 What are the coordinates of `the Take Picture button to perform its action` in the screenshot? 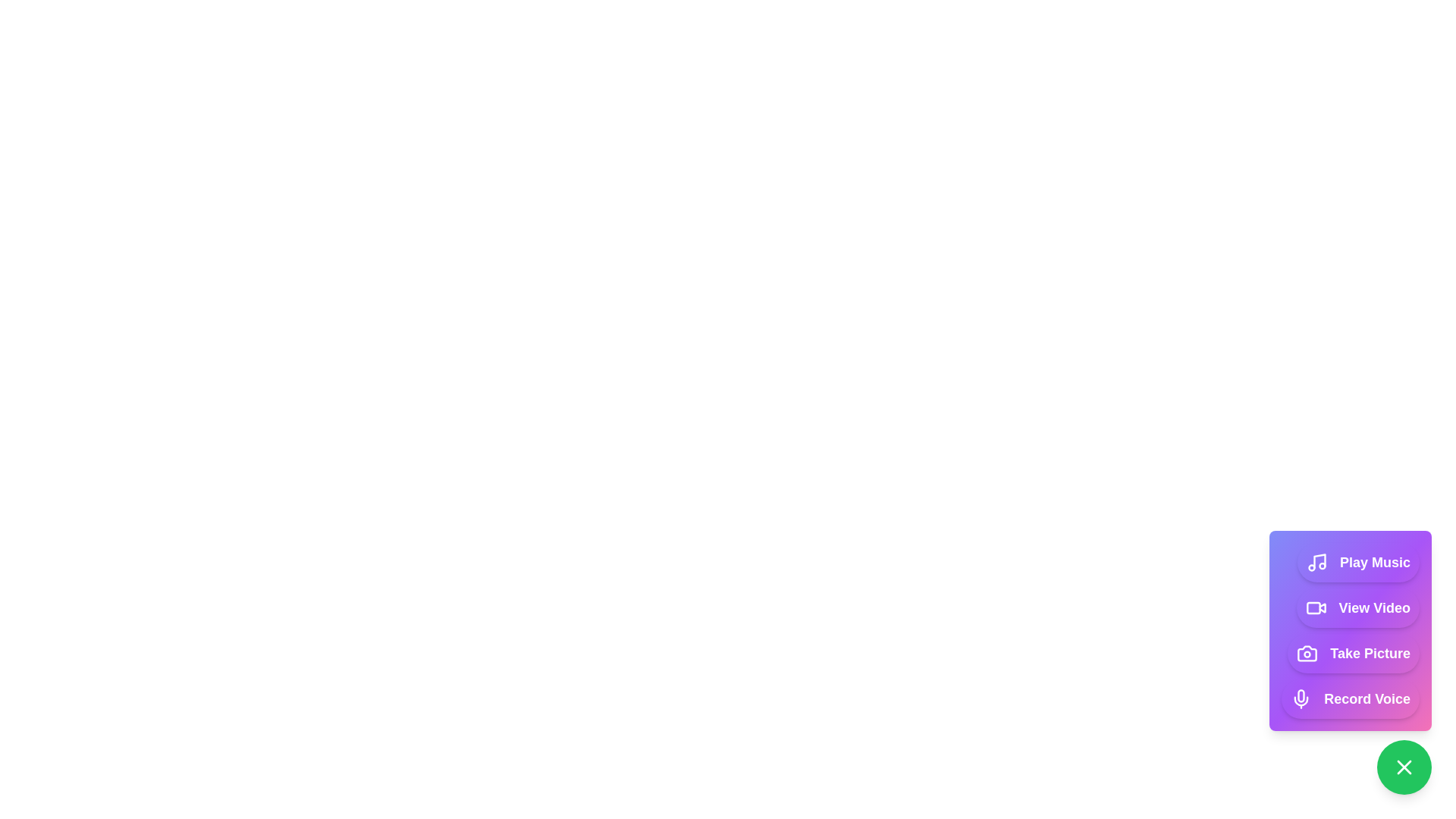 It's located at (1354, 652).